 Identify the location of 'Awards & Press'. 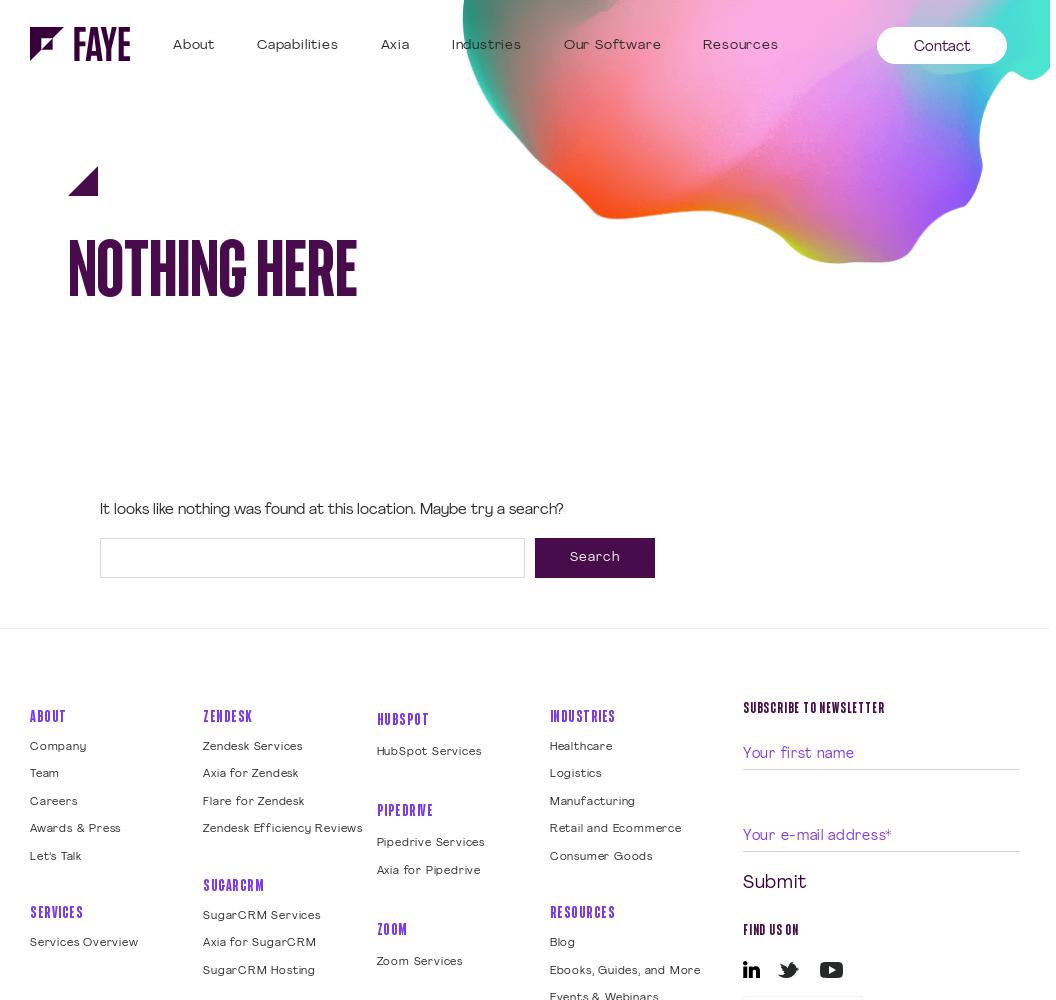
(74, 828).